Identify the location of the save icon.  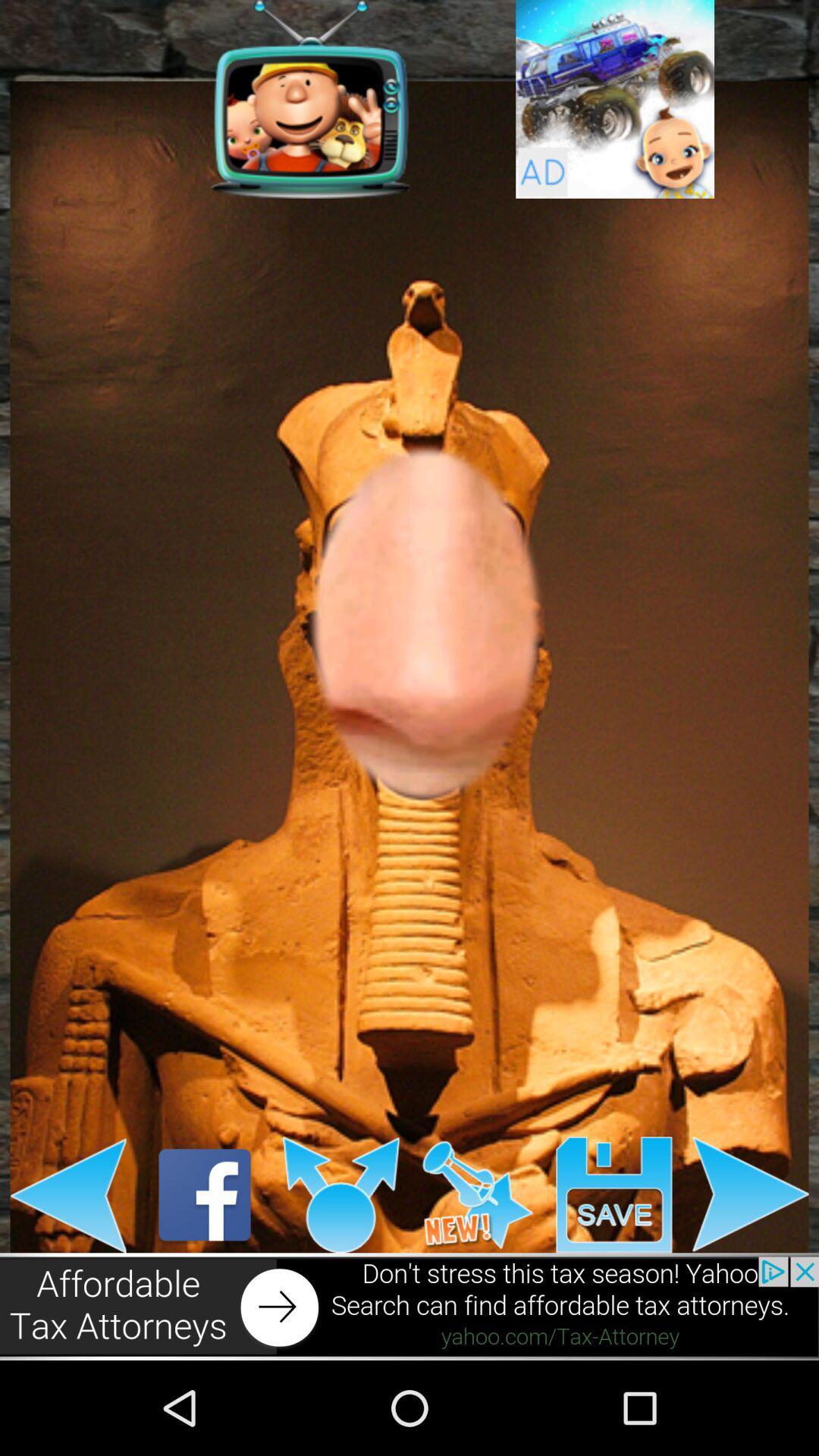
(614, 1278).